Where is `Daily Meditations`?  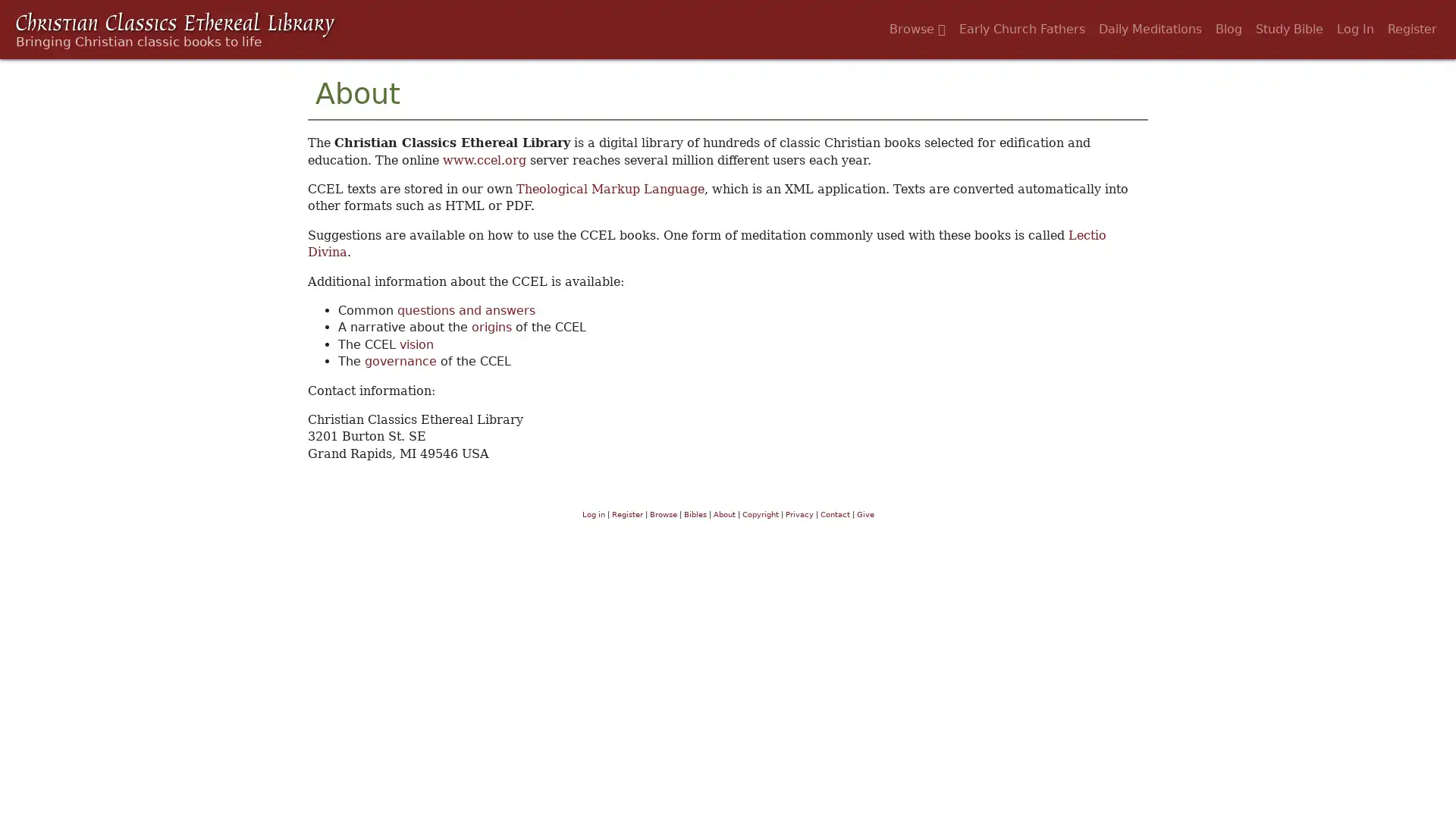 Daily Meditations is located at coordinates (1150, 29).